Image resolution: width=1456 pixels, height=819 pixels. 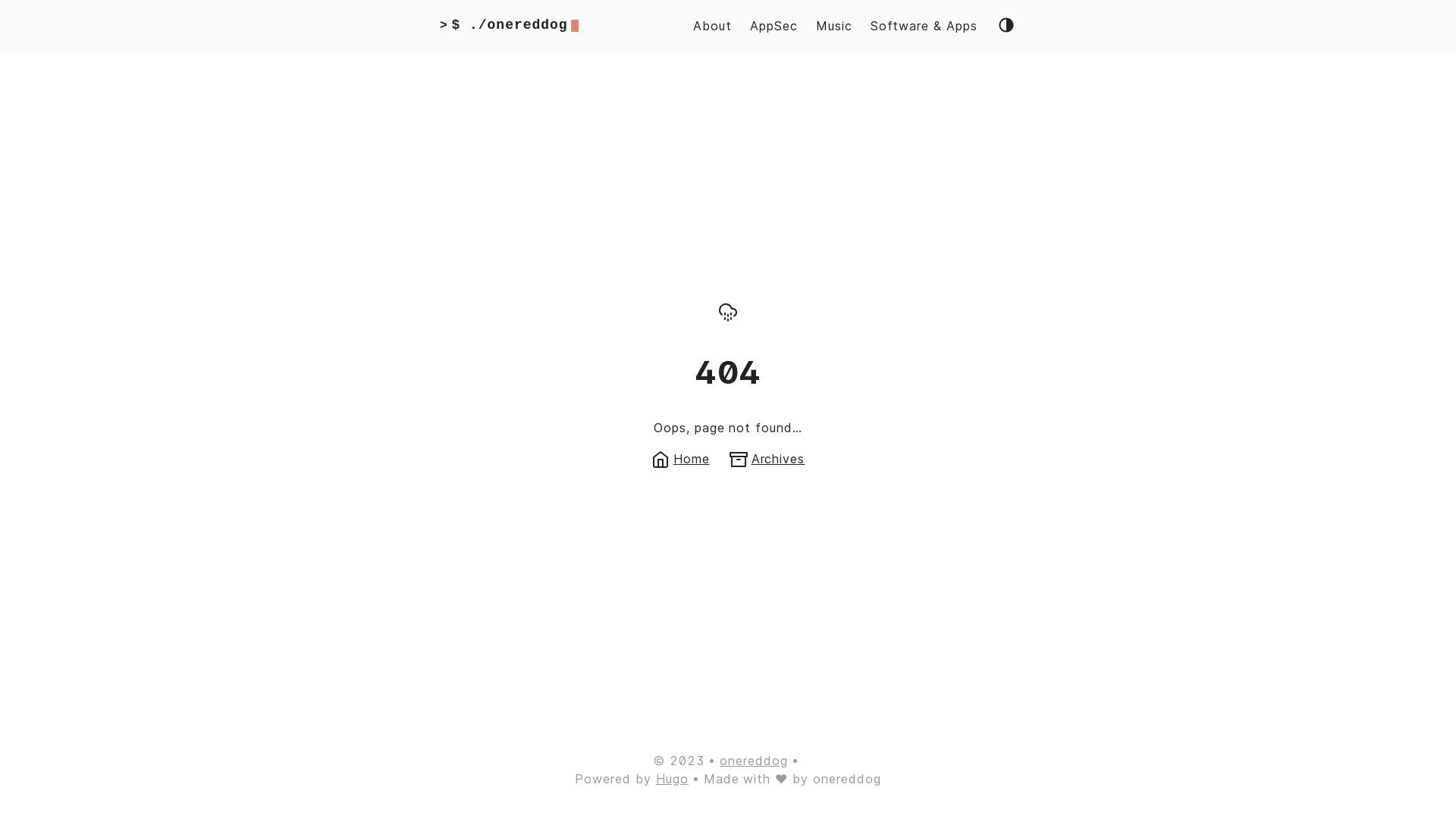 What do you see at coordinates (509, 26) in the screenshot?
I see `'>` at bounding box center [509, 26].